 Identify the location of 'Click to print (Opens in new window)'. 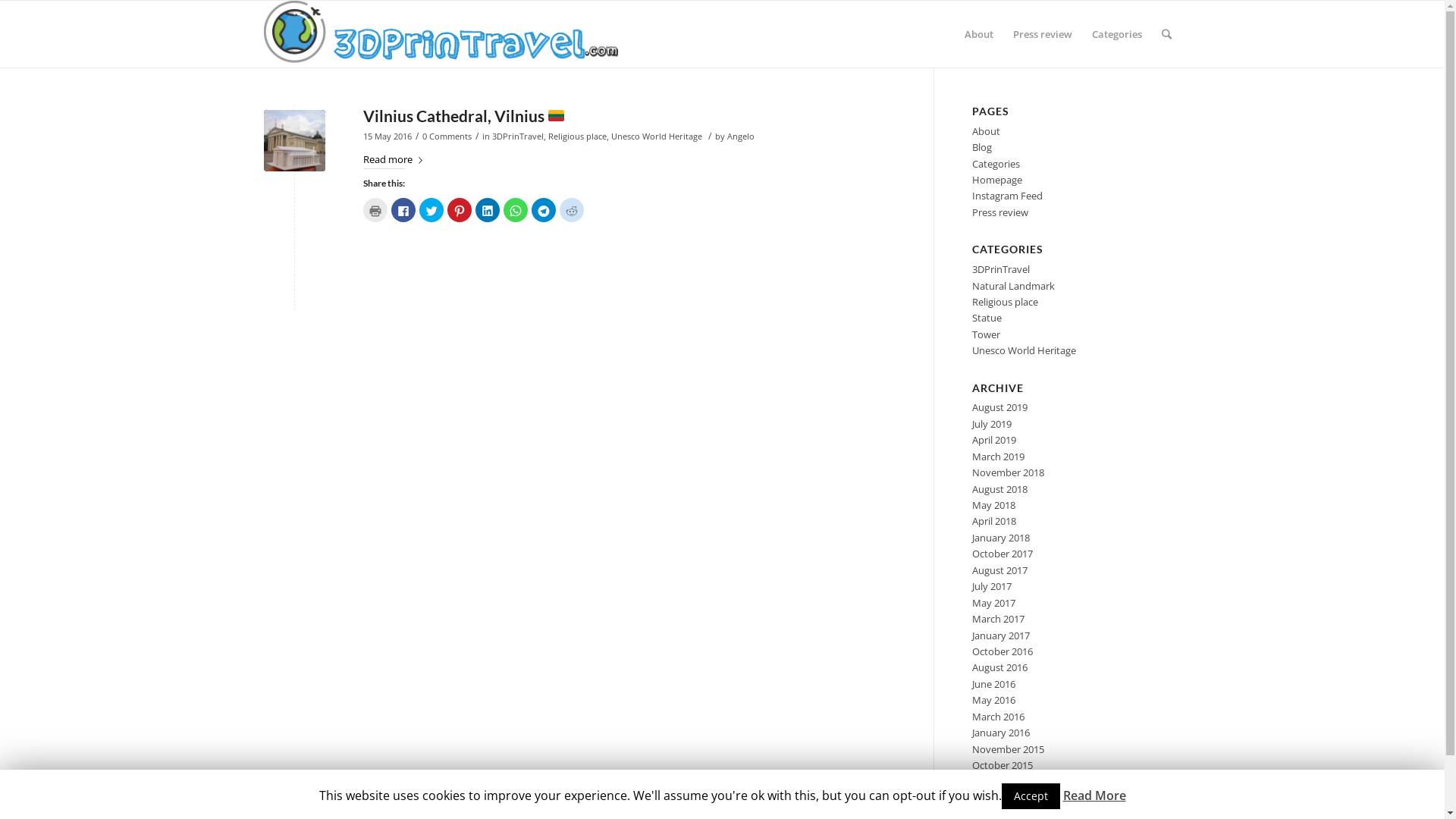
(362, 210).